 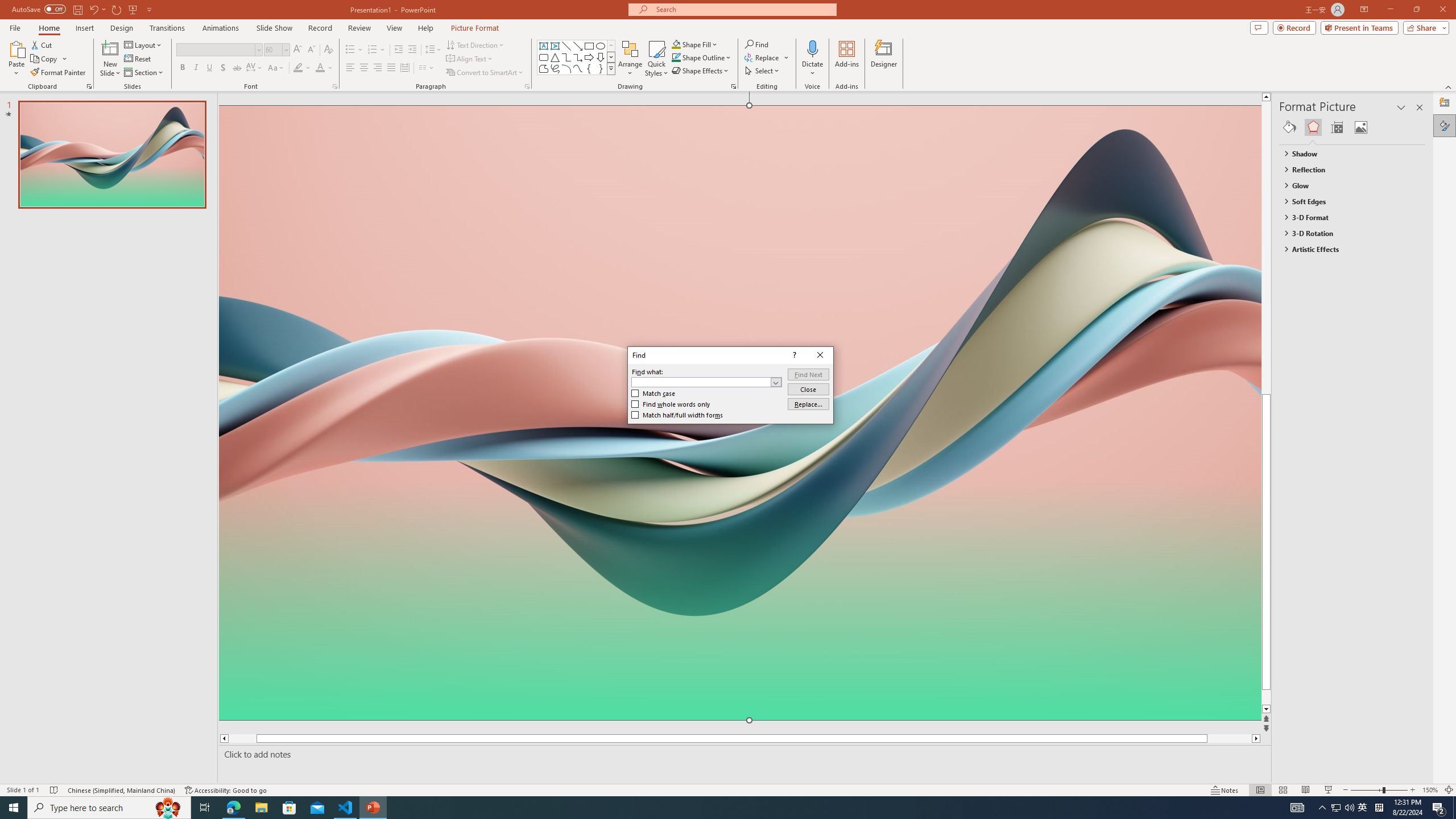 What do you see at coordinates (350, 67) in the screenshot?
I see `'Align Left'` at bounding box center [350, 67].